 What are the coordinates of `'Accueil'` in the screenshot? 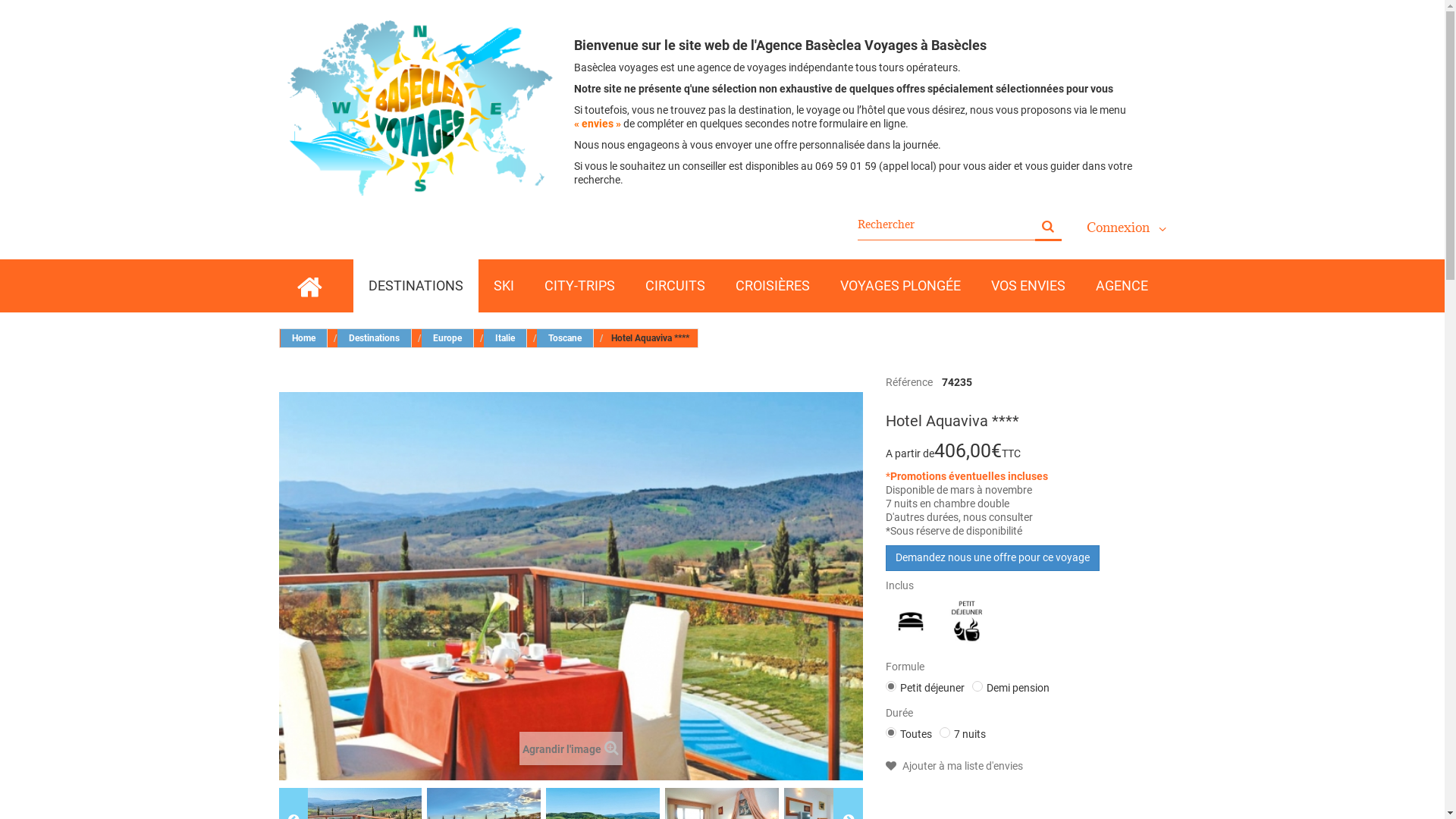 It's located at (308, 286).